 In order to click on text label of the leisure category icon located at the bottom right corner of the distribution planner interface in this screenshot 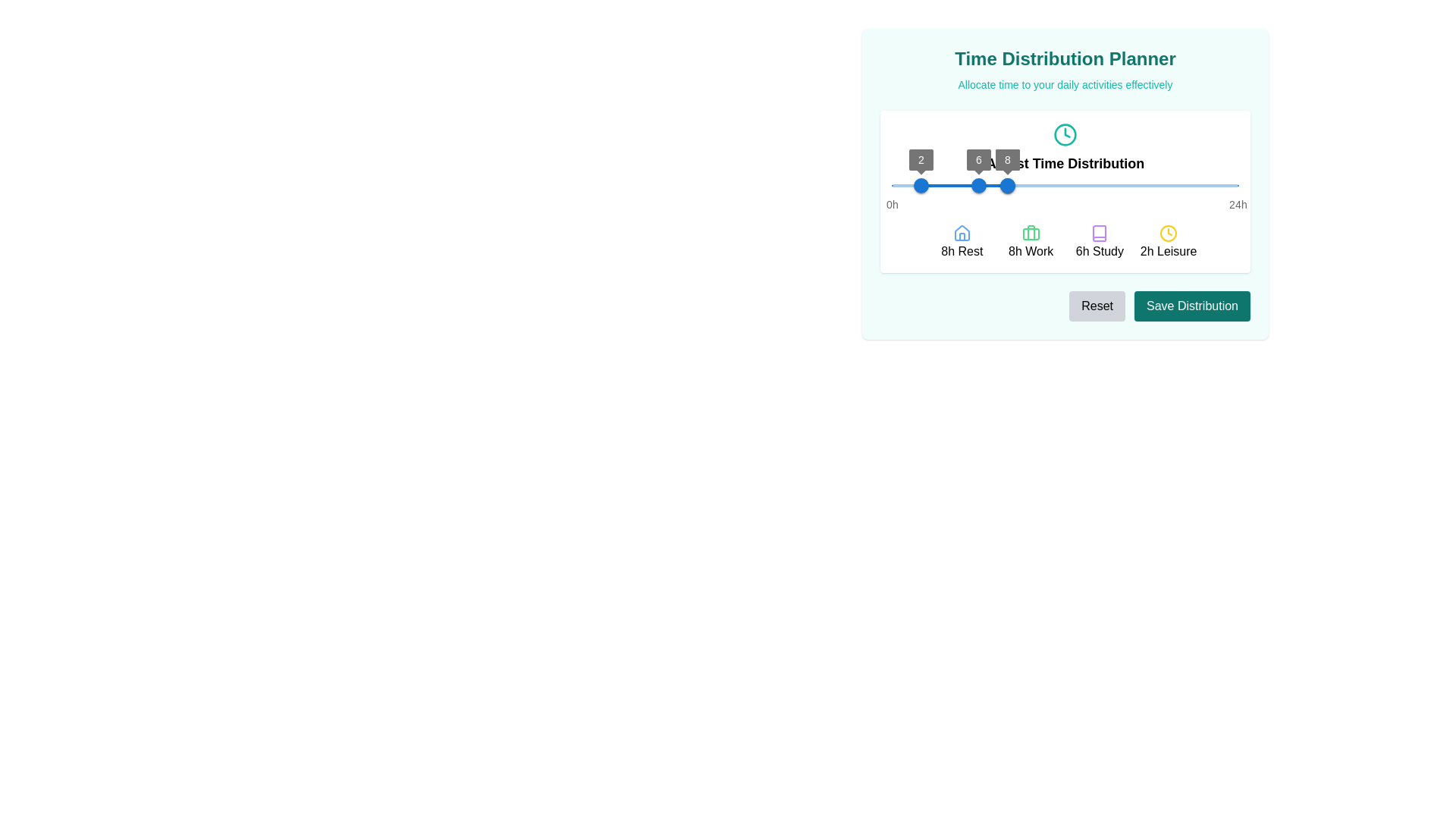, I will do `click(1168, 242)`.